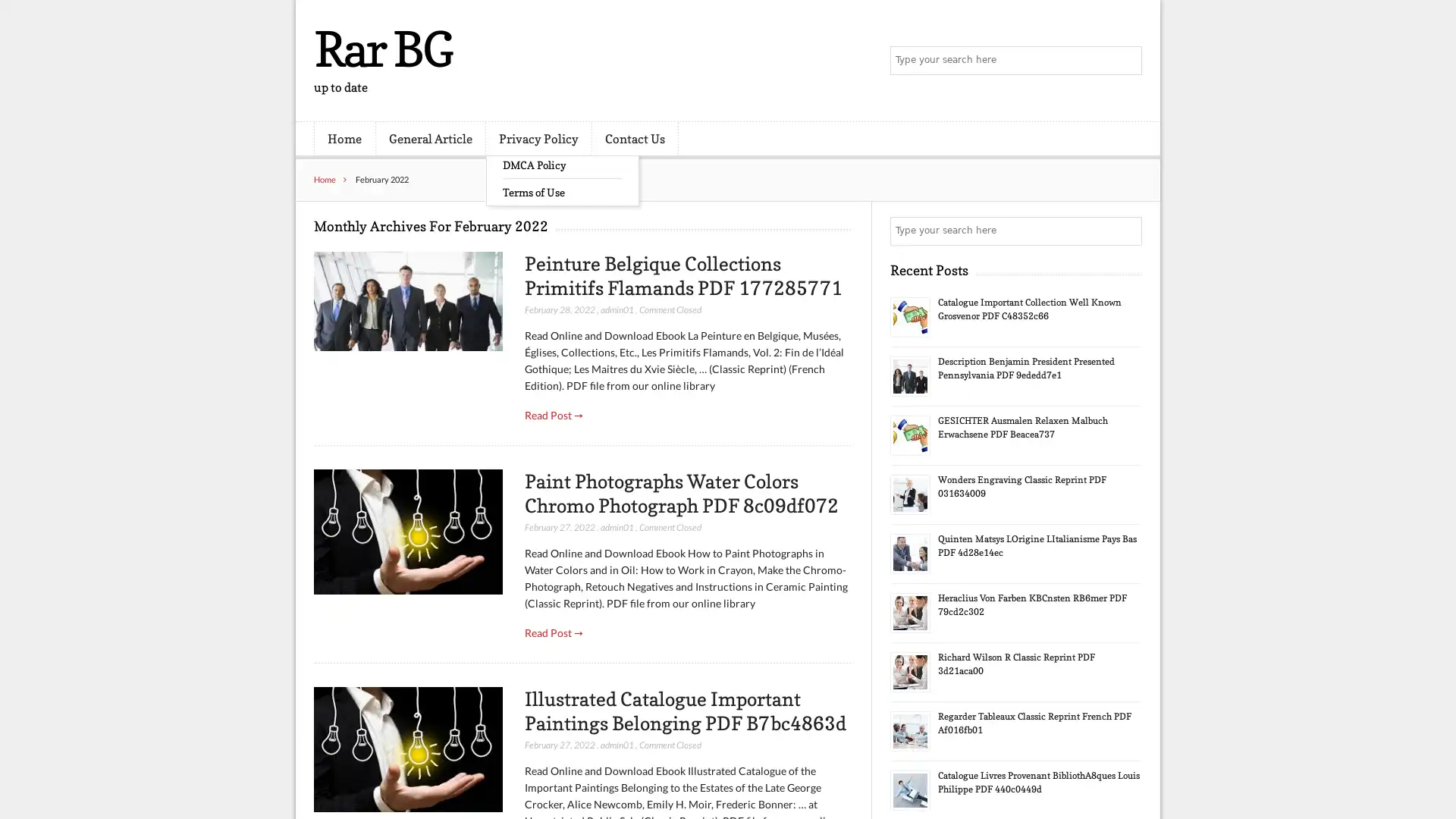 The image size is (1456, 819). What do you see at coordinates (1126, 61) in the screenshot?
I see `Search` at bounding box center [1126, 61].